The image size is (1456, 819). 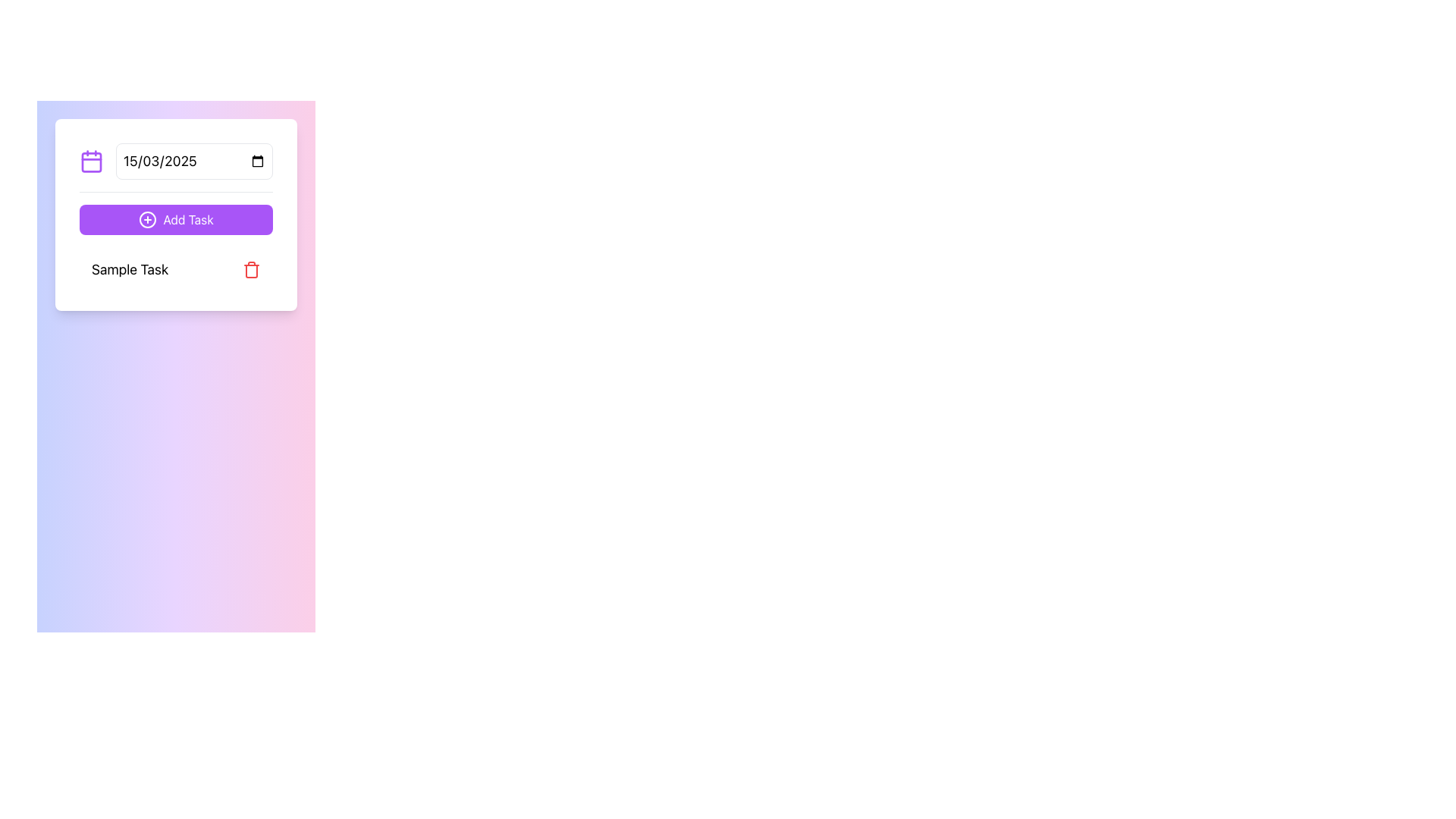 What do you see at coordinates (90, 161) in the screenshot?
I see `the calendar icon with a purple outline located at the leftmost part of the horizontal group containing date input fields` at bounding box center [90, 161].